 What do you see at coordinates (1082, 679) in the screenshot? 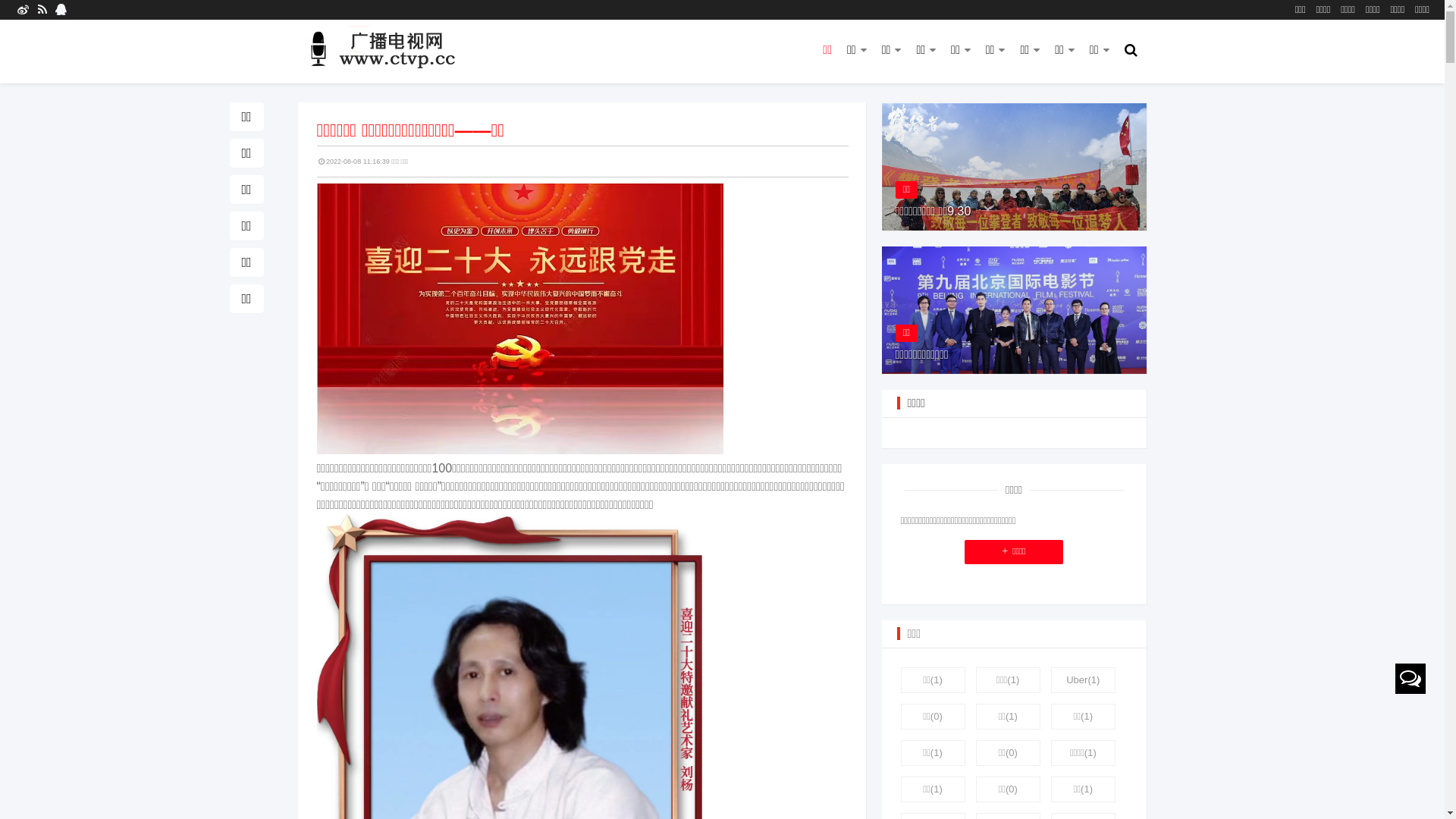
I see `'Uber(1)'` at bounding box center [1082, 679].